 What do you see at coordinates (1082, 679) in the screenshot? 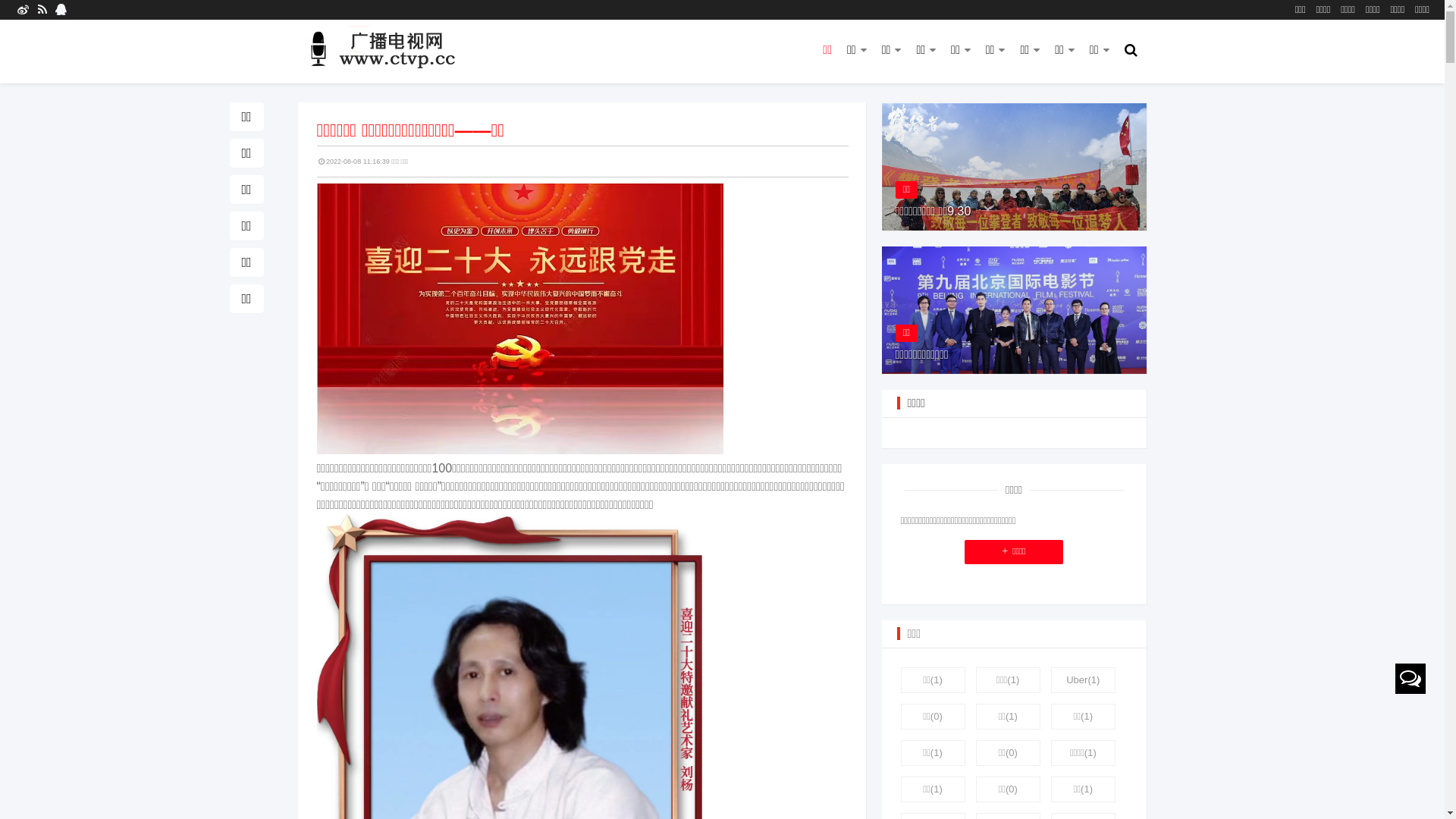
I see `'Uber(1)'` at bounding box center [1082, 679].